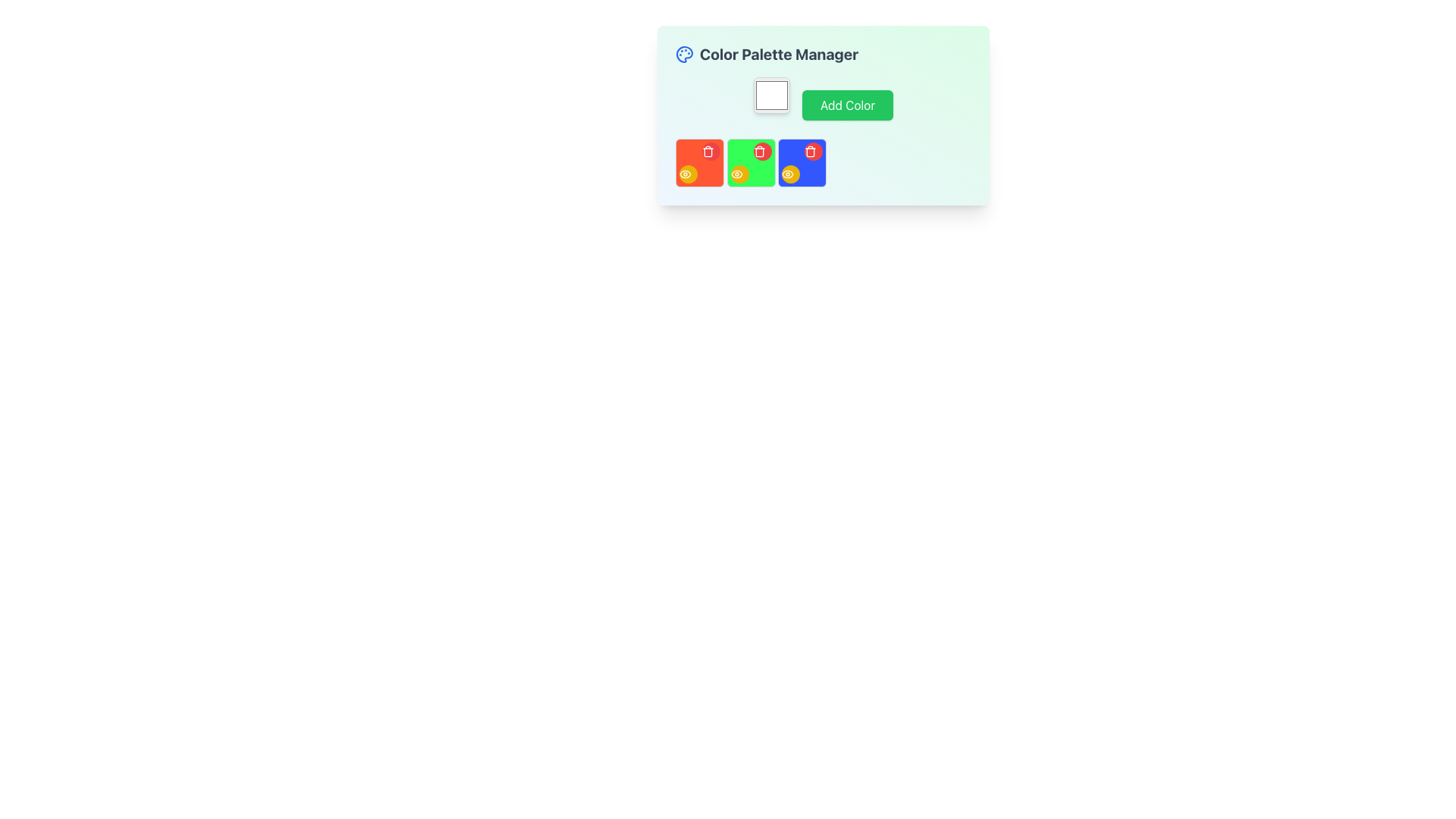  Describe the element at coordinates (822, 99) in the screenshot. I see `the button located in the 'Color Palette Manager' section` at that location.